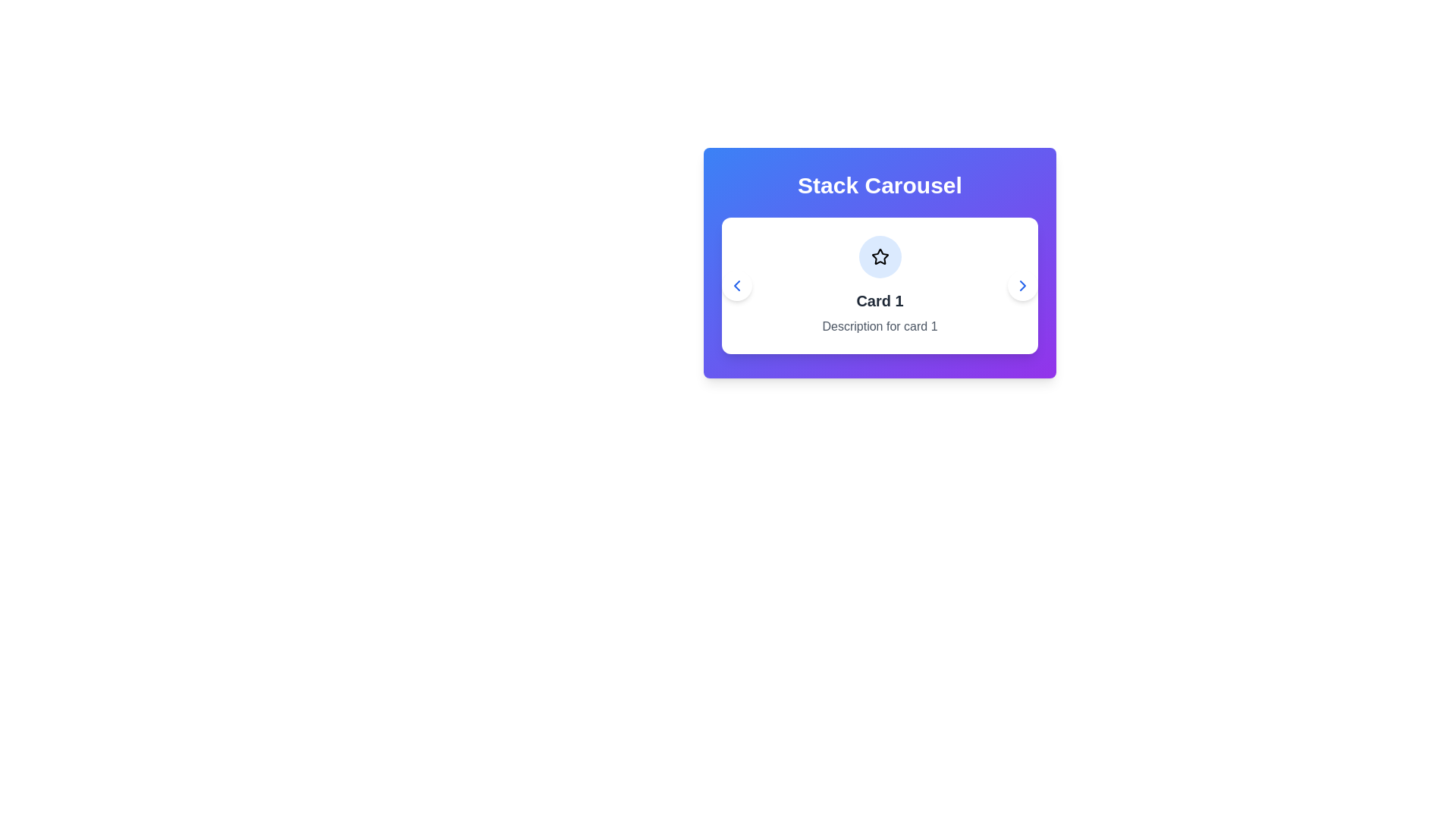 The height and width of the screenshot is (819, 1456). Describe the element at coordinates (736, 286) in the screenshot. I see `the navigational button on the left side of the carousel, which is surrounded by a circular white background, to move to the previous item in the carousel` at that location.